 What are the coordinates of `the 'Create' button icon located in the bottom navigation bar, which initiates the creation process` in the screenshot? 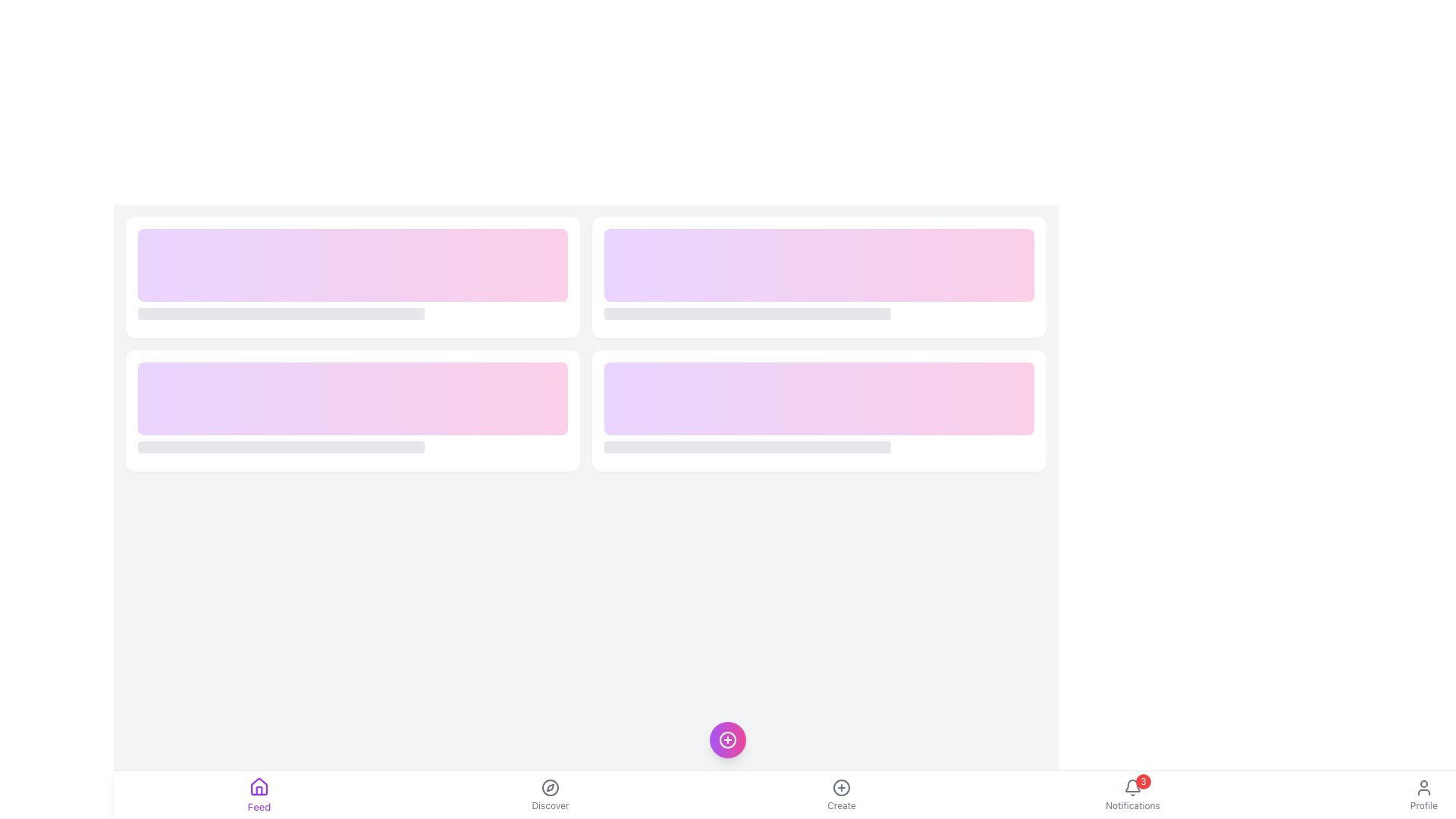 It's located at (840, 786).